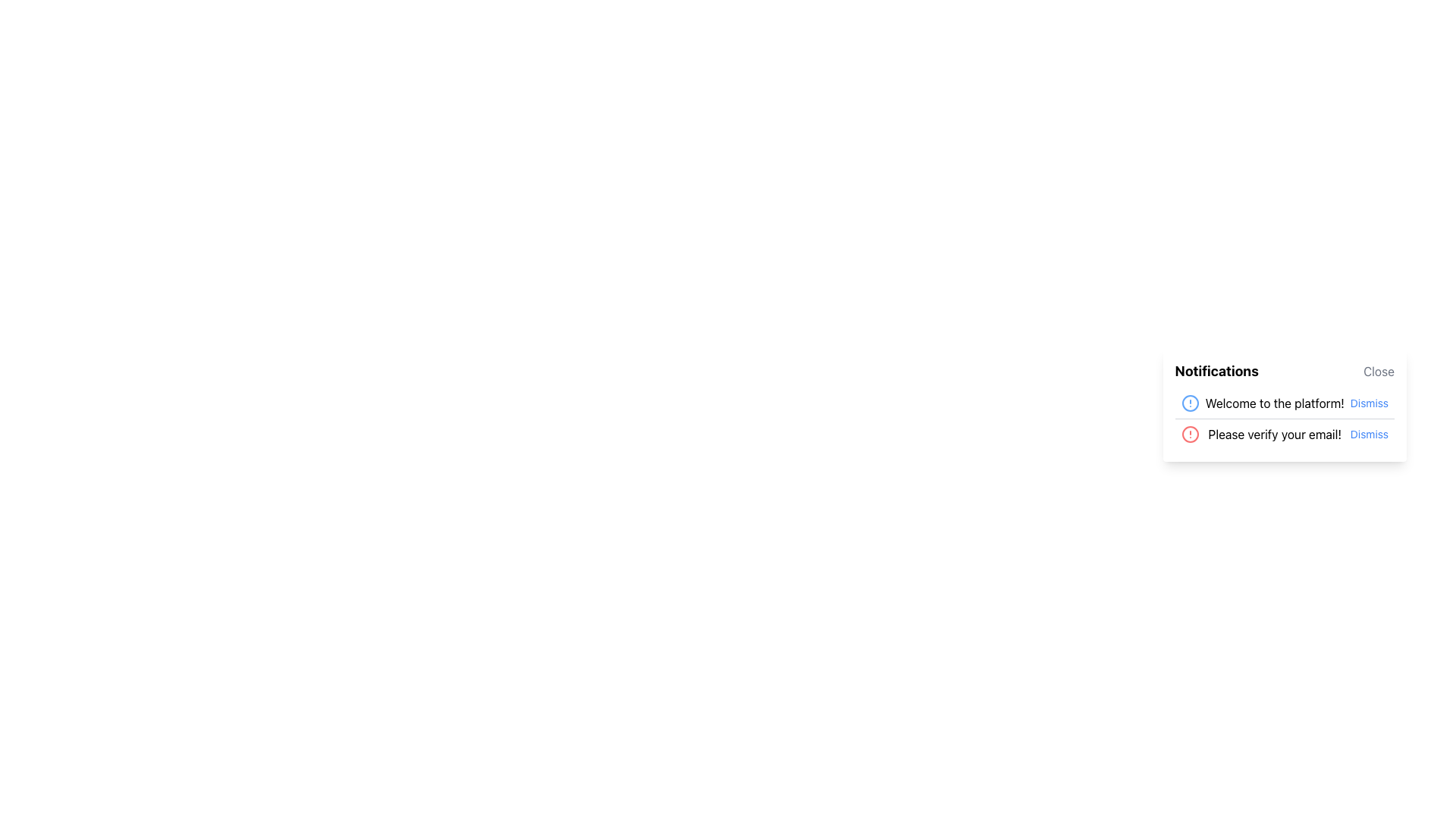 This screenshot has height=819, width=1456. I want to click on the blue-bordered circular element with a red fill located in the first notification item of the right-hand notification panel, so click(1189, 403).